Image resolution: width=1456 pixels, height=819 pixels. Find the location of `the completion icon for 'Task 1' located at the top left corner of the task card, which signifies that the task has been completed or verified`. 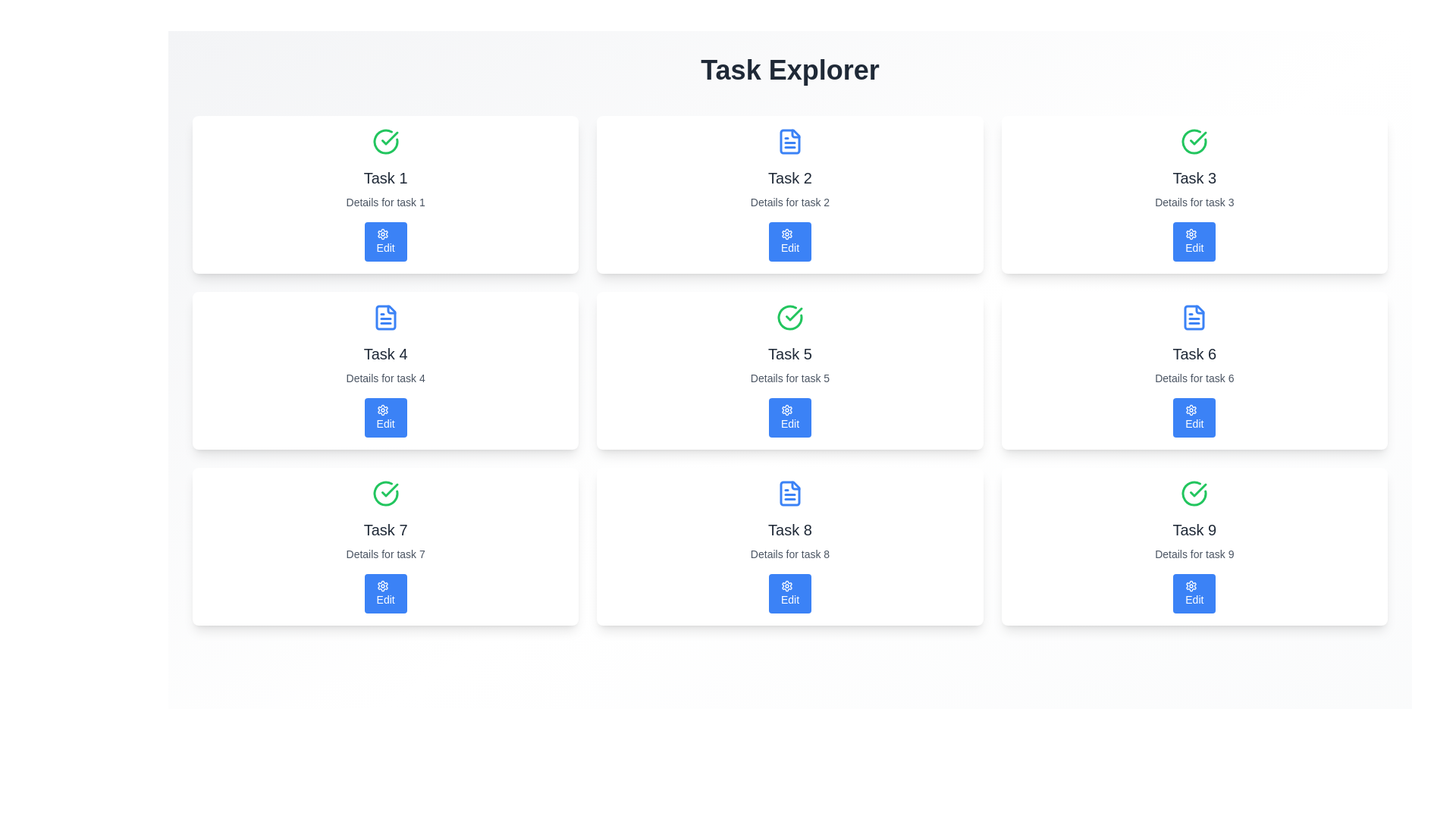

the completion icon for 'Task 1' located at the top left corner of the task card, which signifies that the task has been completed or verified is located at coordinates (385, 141).